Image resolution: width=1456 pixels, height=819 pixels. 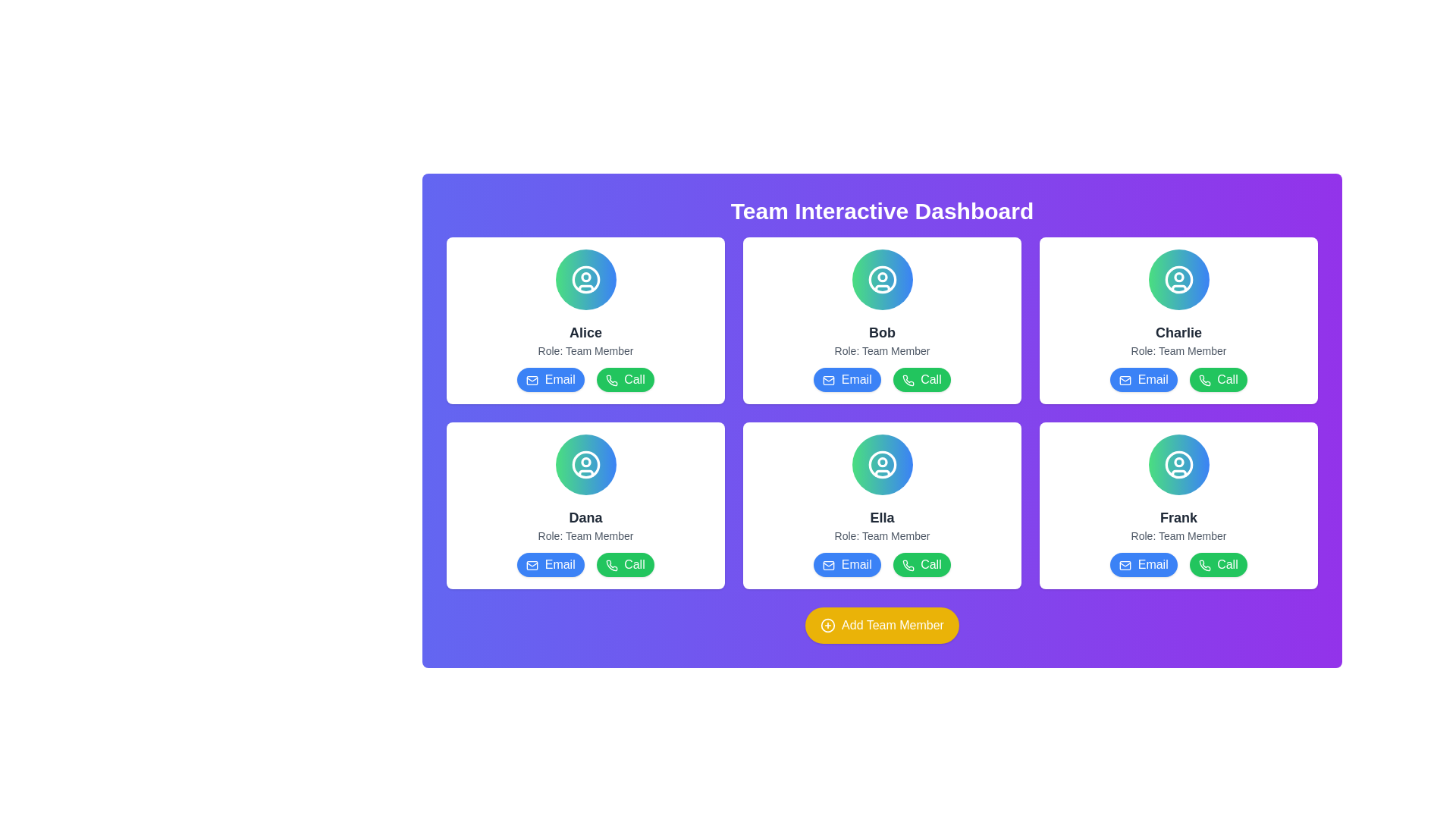 What do you see at coordinates (1203, 379) in the screenshot?
I see `the 'Call' button for the user Charlie located in the third column of the first row in the team dashboard interface` at bounding box center [1203, 379].